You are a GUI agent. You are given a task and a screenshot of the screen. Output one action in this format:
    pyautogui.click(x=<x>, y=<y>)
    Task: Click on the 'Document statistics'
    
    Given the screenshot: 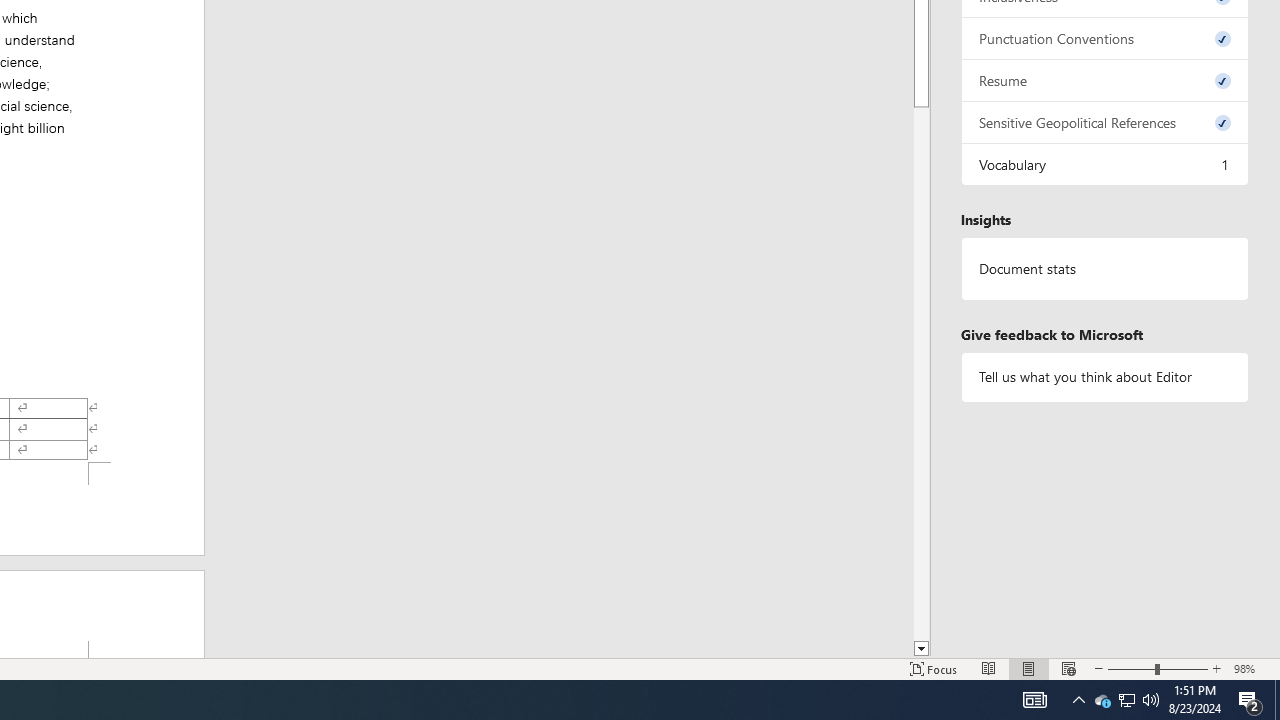 What is the action you would take?
    pyautogui.click(x=1104, y=268)
    